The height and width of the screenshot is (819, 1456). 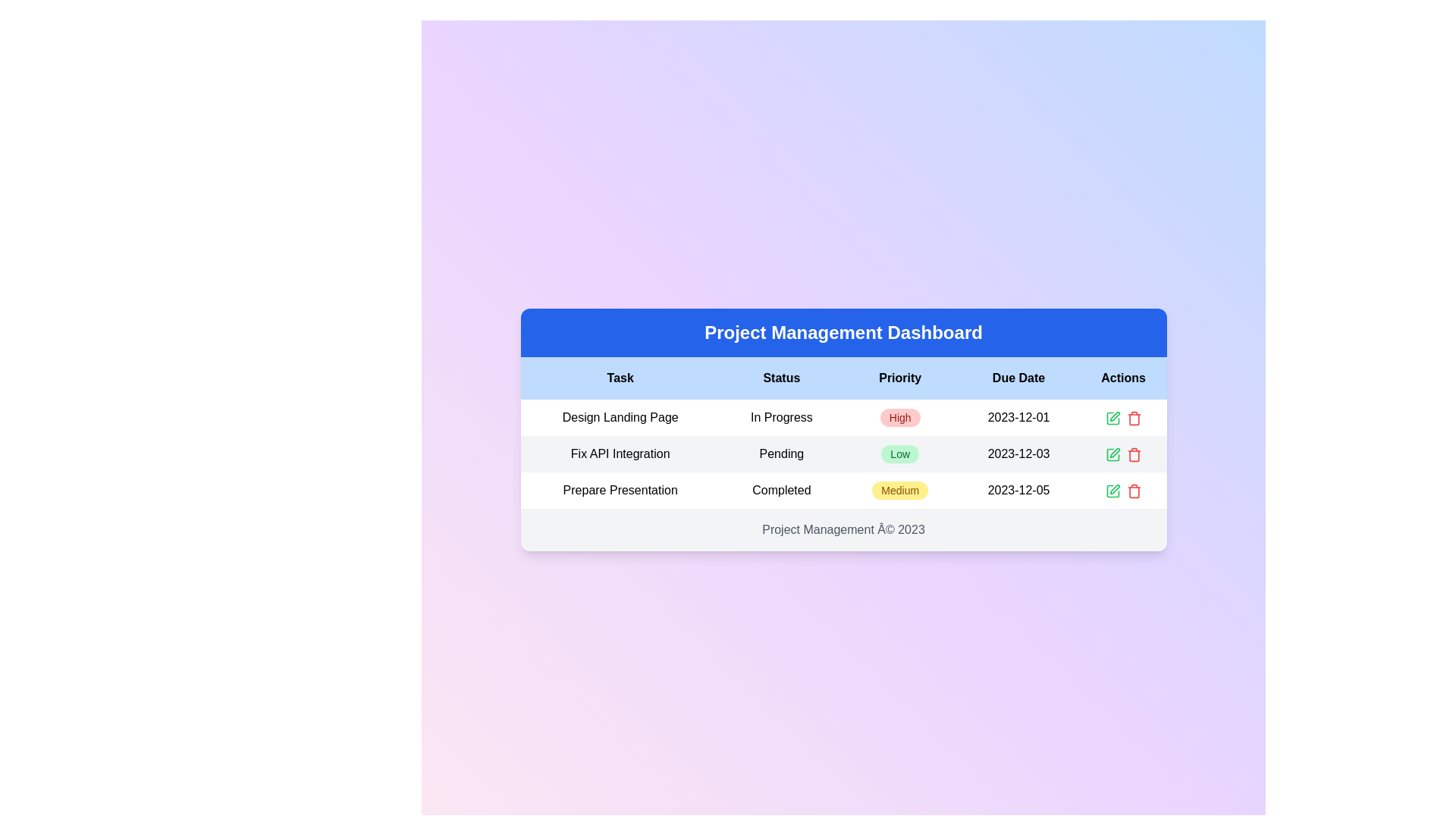 I want to click on the 'High' priority label in the third column of the 'Project Management Dashboard' table for the task 'Design Landing Page', so click(x=900, y=418).